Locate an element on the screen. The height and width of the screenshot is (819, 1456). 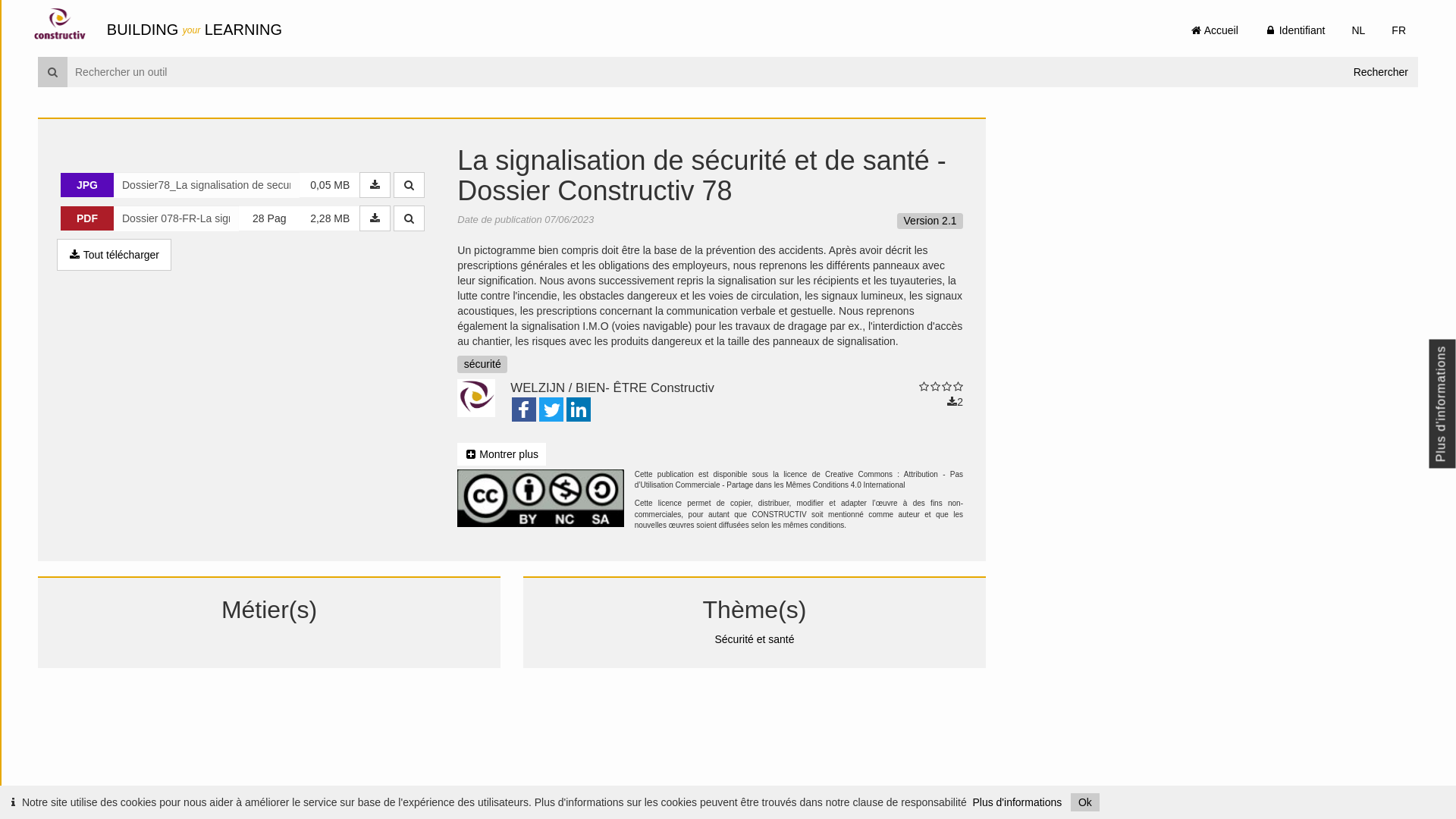
'JPG' is located at coordinates (86, 184).